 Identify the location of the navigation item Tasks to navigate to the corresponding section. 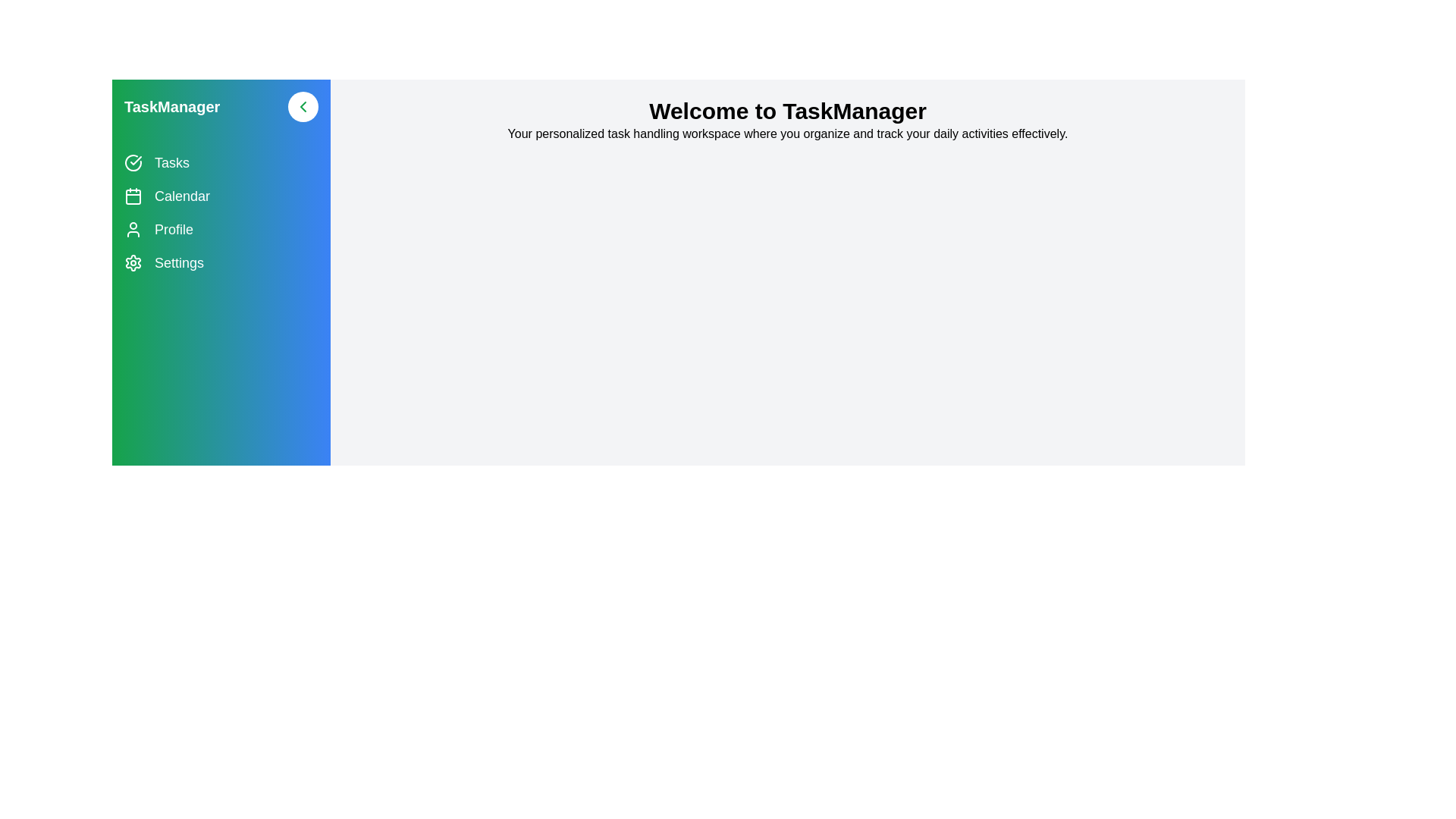
(221, 163).